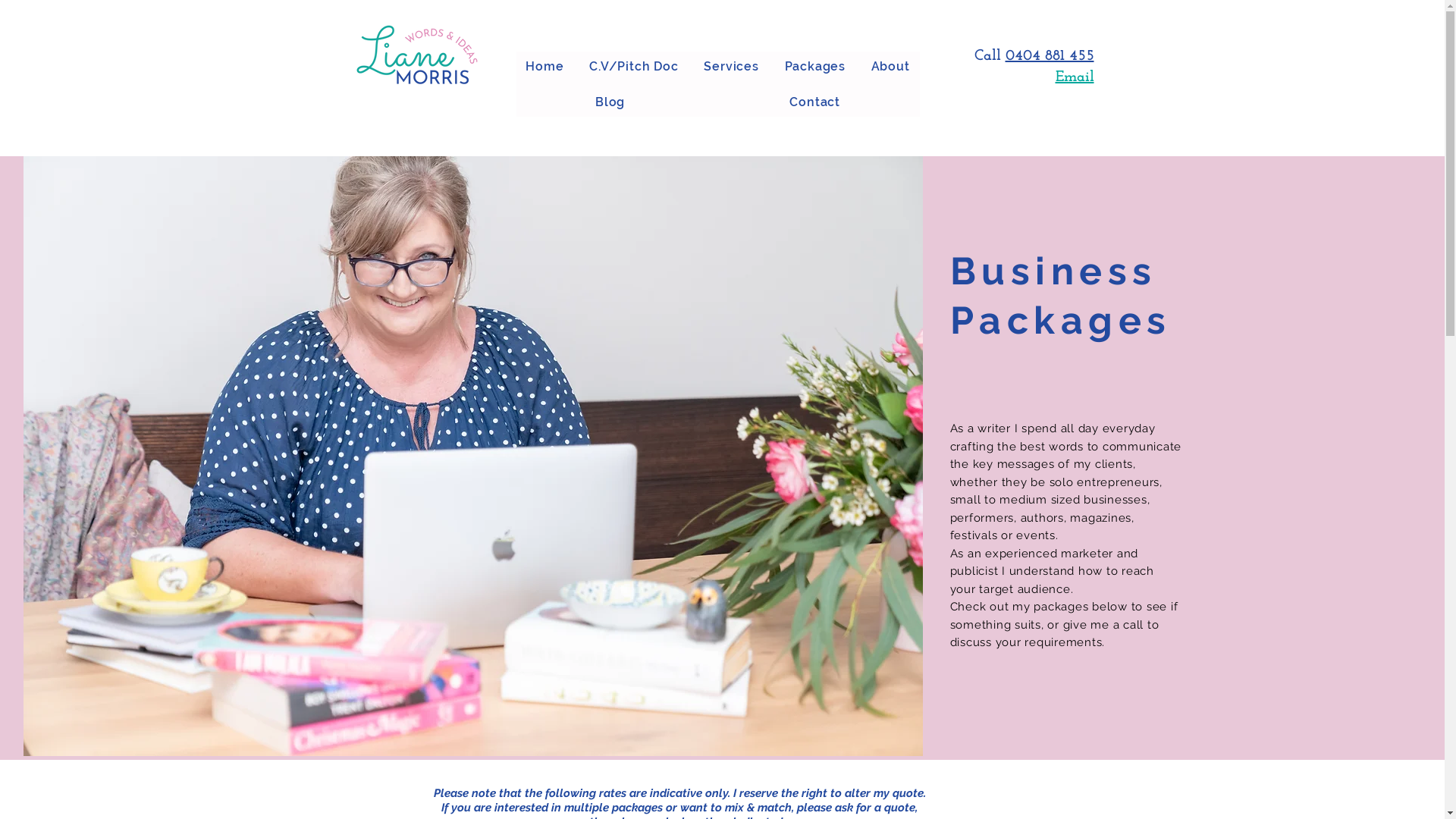 This screenshot has height=819, width=1456. Describe the element at coordinates (775, 65) in the screenshot. I see `'Packages'` at that location.